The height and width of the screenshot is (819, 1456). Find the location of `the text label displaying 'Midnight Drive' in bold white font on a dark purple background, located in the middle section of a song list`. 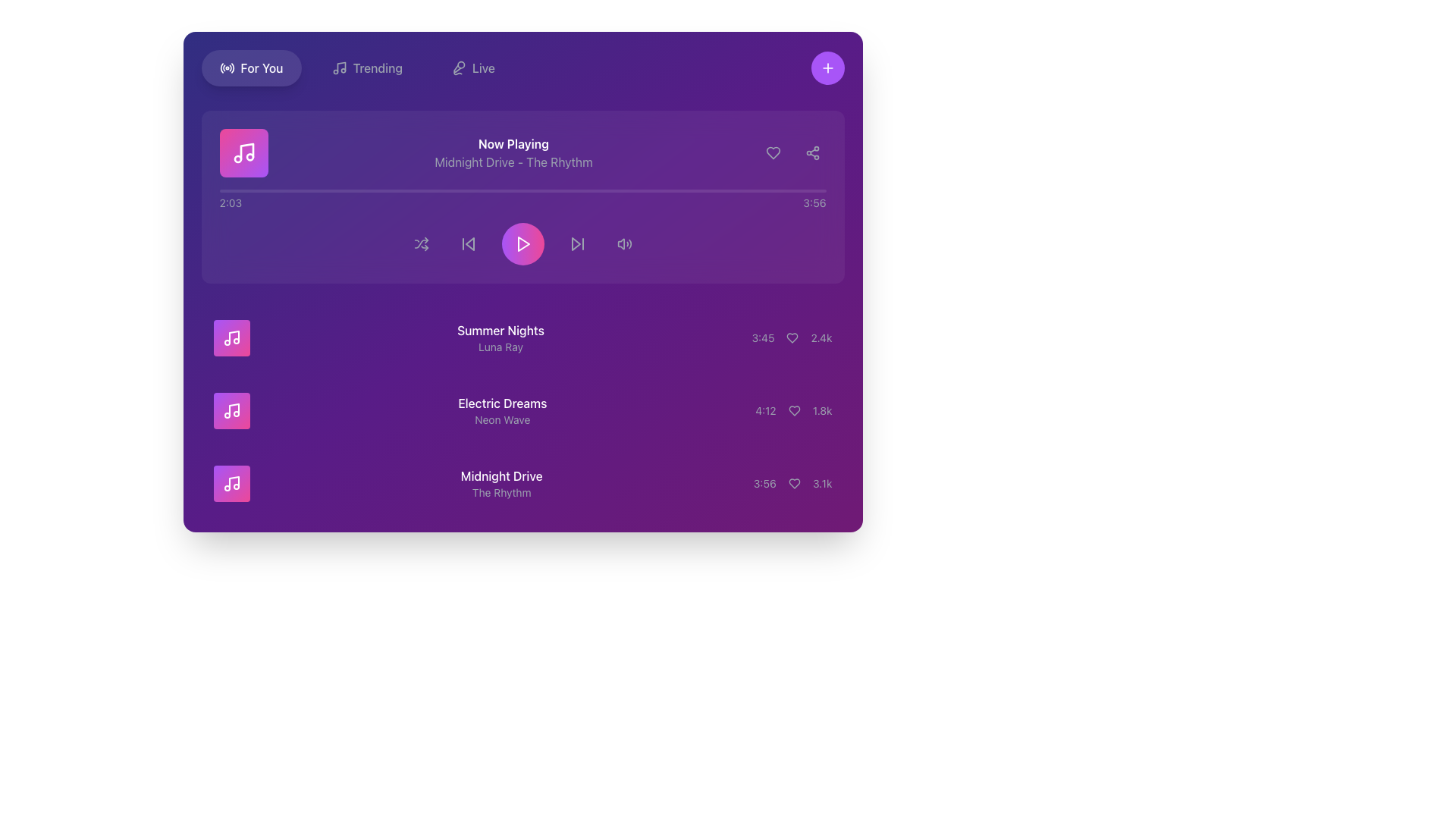

the text label displaying 'Midnight Drive' in bold white font on a dark purple background, located in the middle section of a song list is located at coordinates (501, 475).